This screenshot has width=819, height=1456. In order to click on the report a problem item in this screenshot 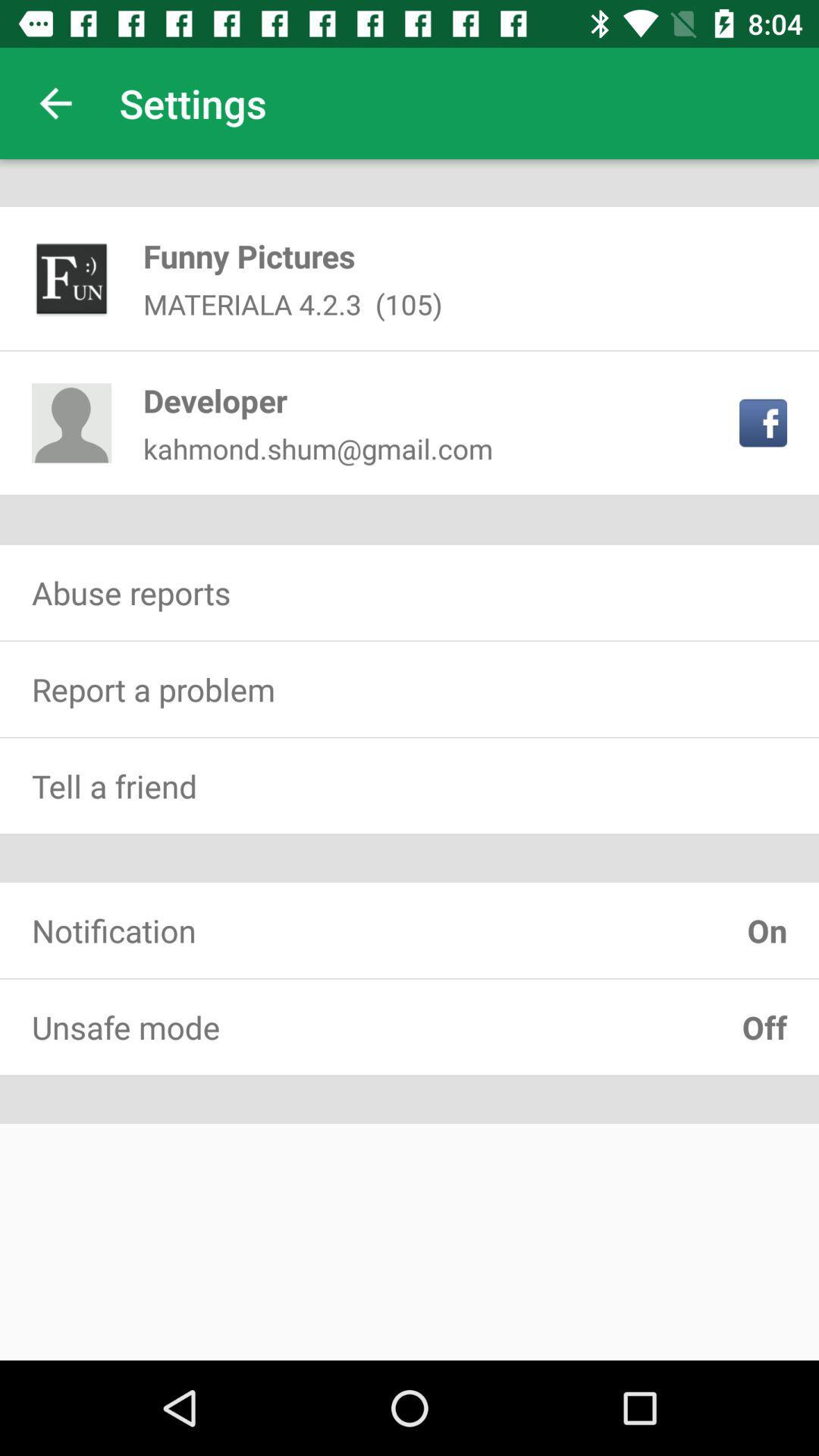, I will do `click(409, 688)`.